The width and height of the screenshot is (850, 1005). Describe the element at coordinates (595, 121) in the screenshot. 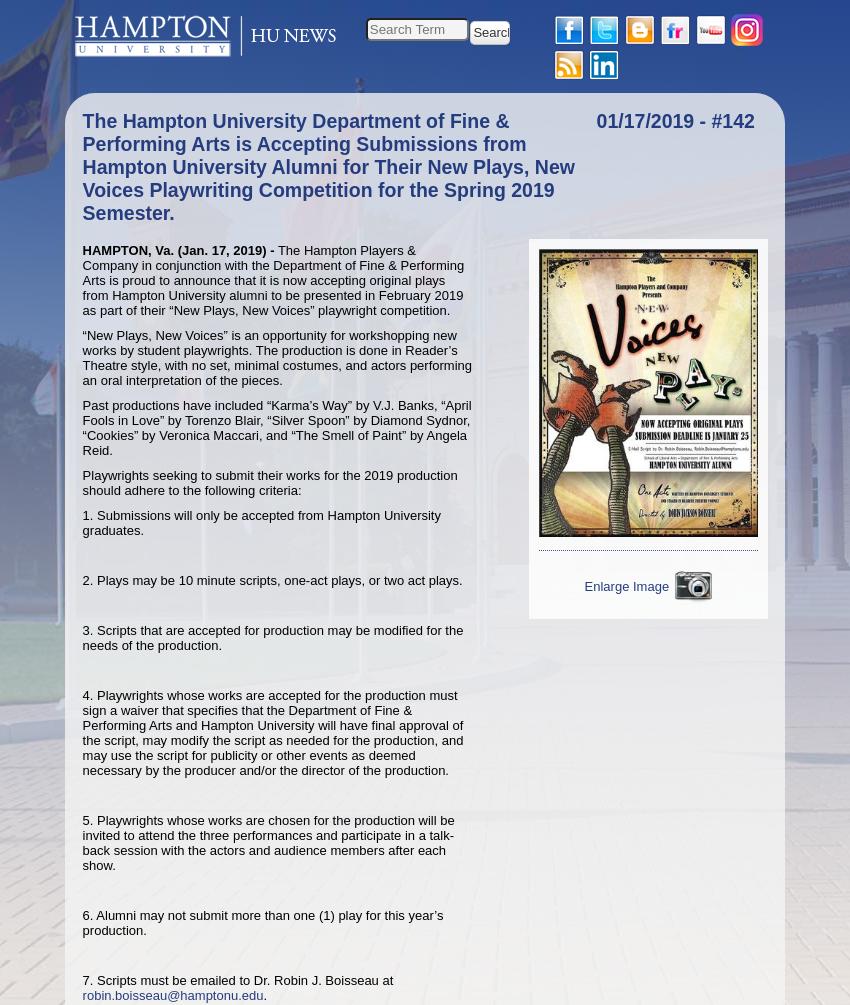

I see `'01/17/2019 - #142'` at that location.